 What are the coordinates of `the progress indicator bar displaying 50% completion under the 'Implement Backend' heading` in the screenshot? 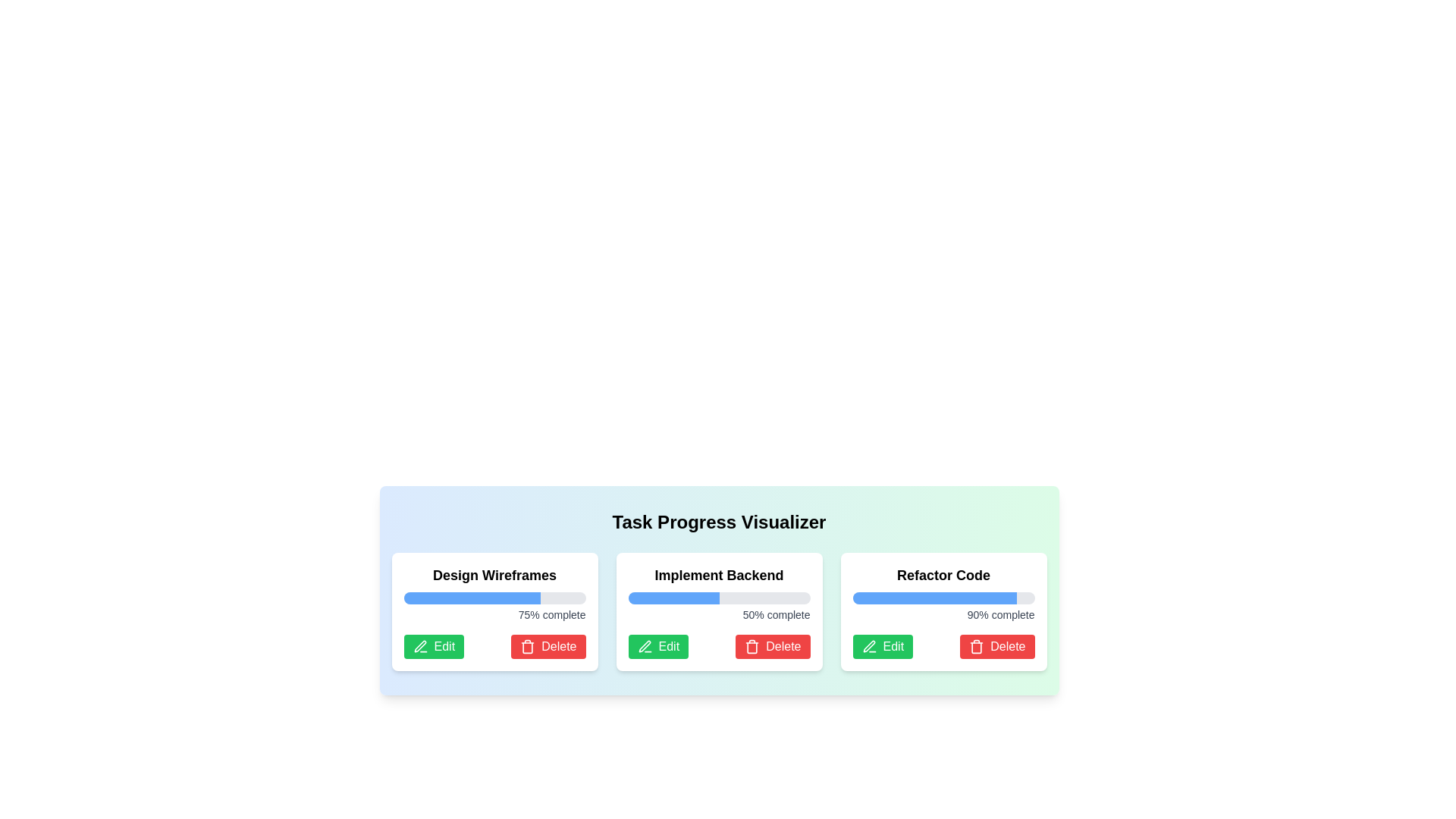 It's located at (673, 598).